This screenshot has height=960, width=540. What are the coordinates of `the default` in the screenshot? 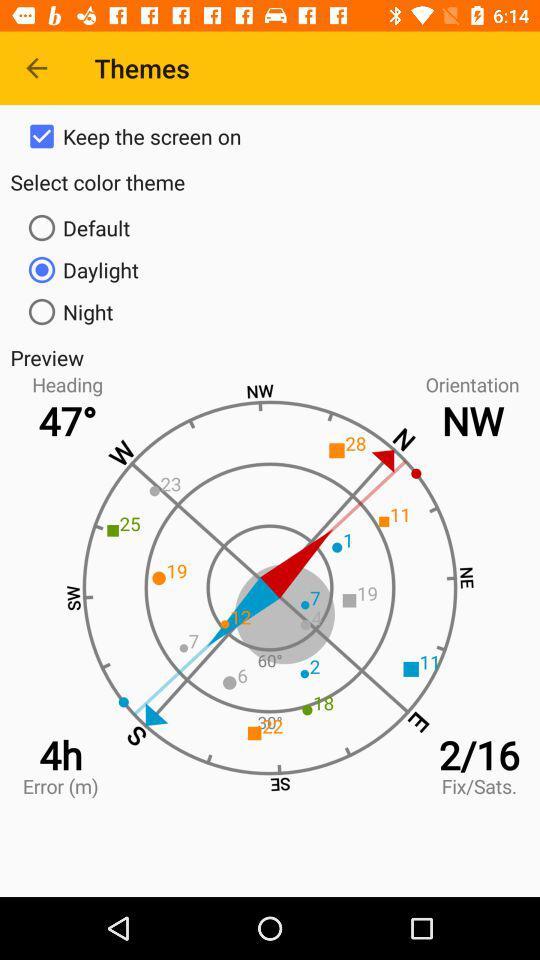 It's located at (270, 228).